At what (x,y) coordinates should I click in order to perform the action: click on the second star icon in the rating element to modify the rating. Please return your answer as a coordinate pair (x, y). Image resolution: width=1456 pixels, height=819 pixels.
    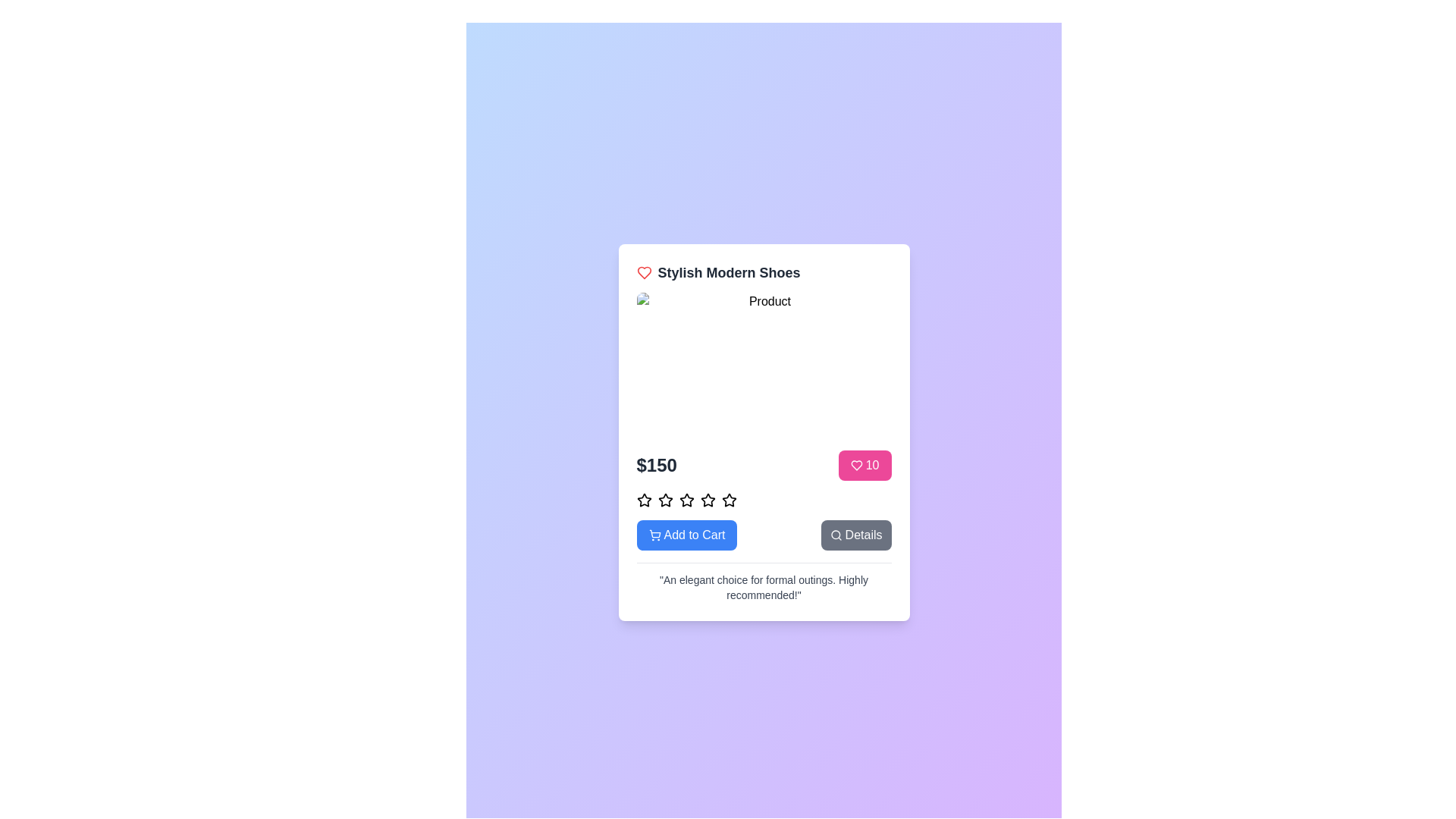
    Looking at the image, I should click on (665, 500).